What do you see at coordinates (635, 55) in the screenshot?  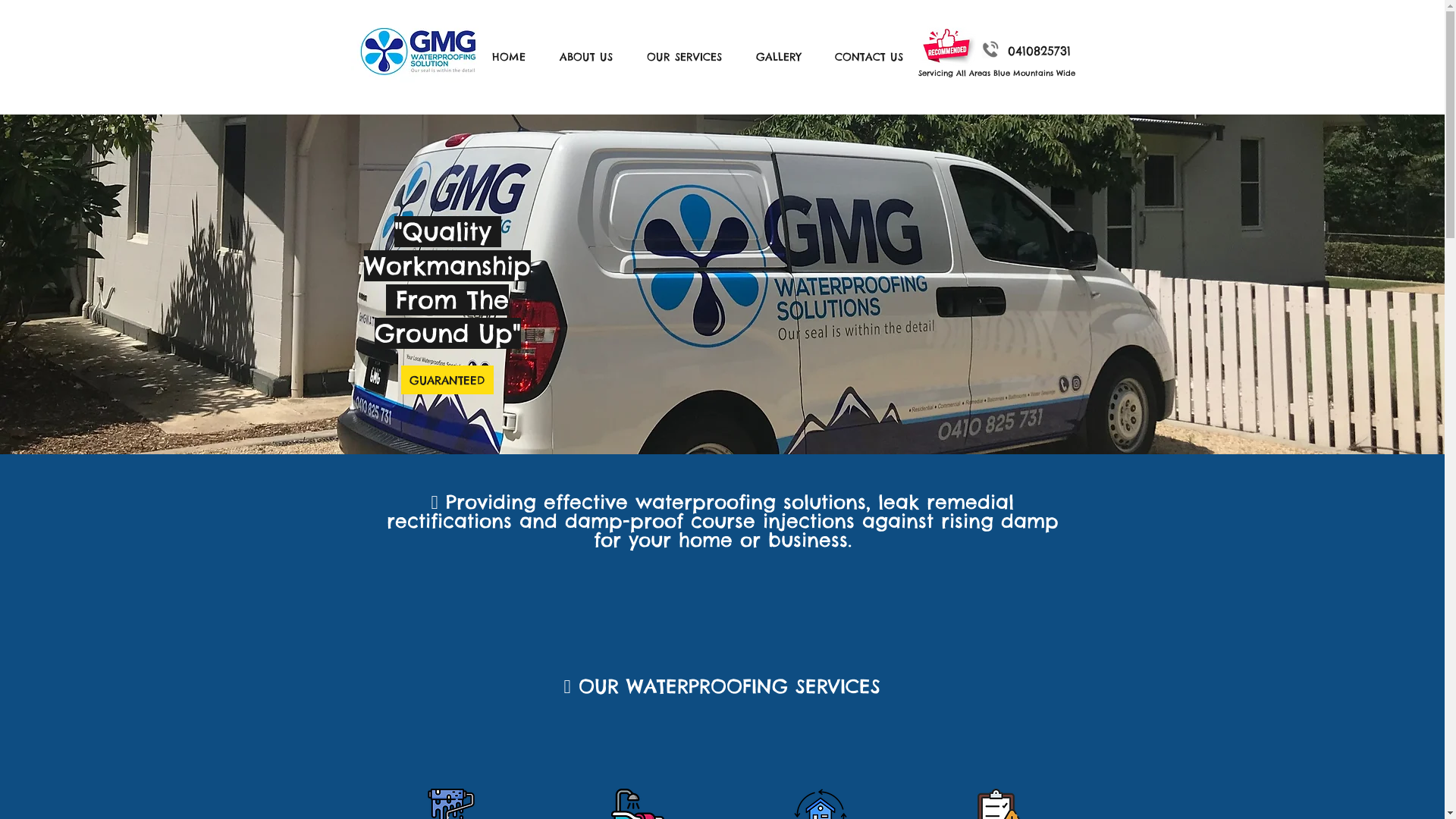 I see `'OUR SERVICES'` at bounding box center [635, 55].